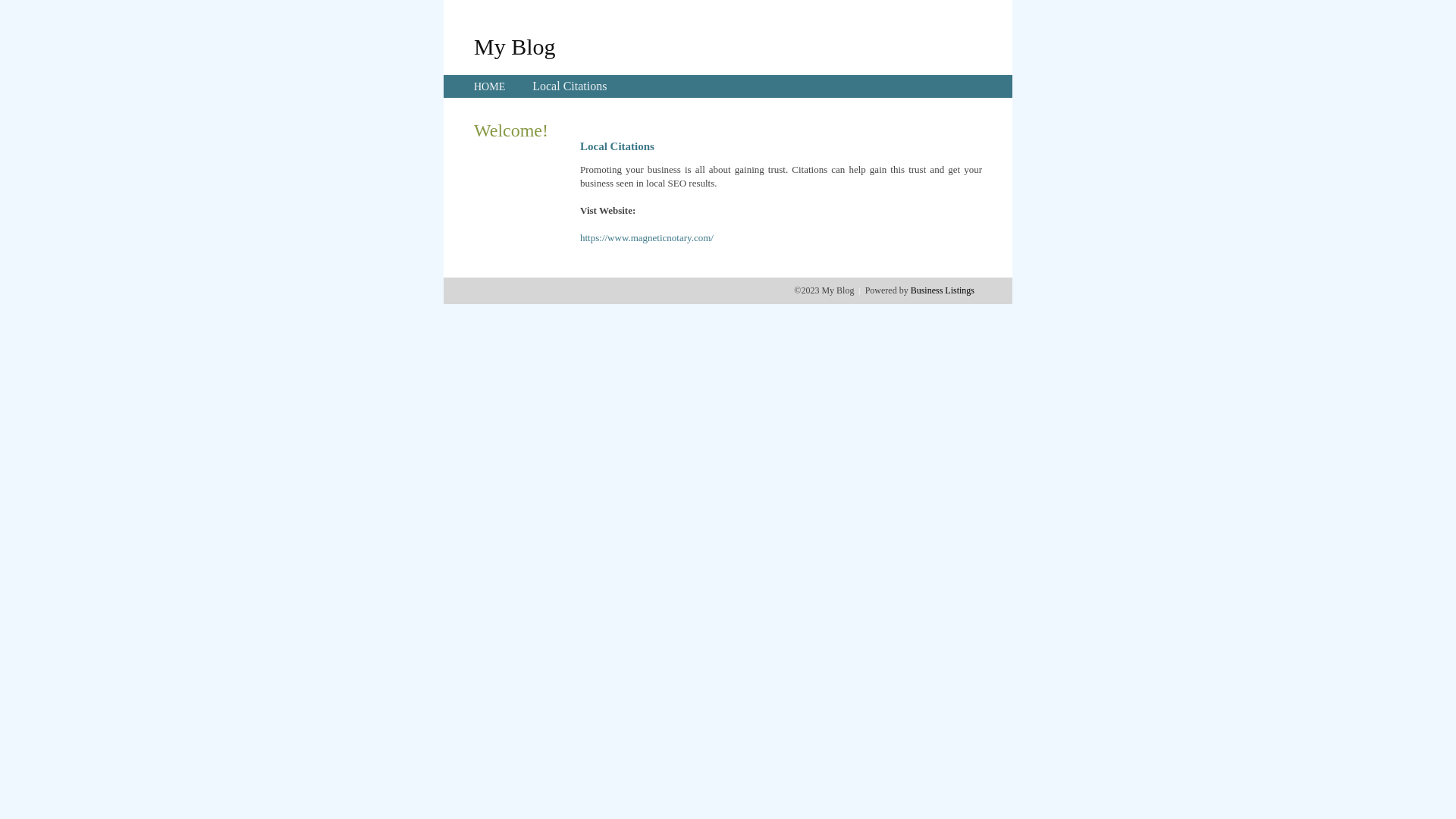 The height and width of the screenshot is (819, 1456). I want to click on 'https://www.magneticnotary.com/', so click(647, 237).